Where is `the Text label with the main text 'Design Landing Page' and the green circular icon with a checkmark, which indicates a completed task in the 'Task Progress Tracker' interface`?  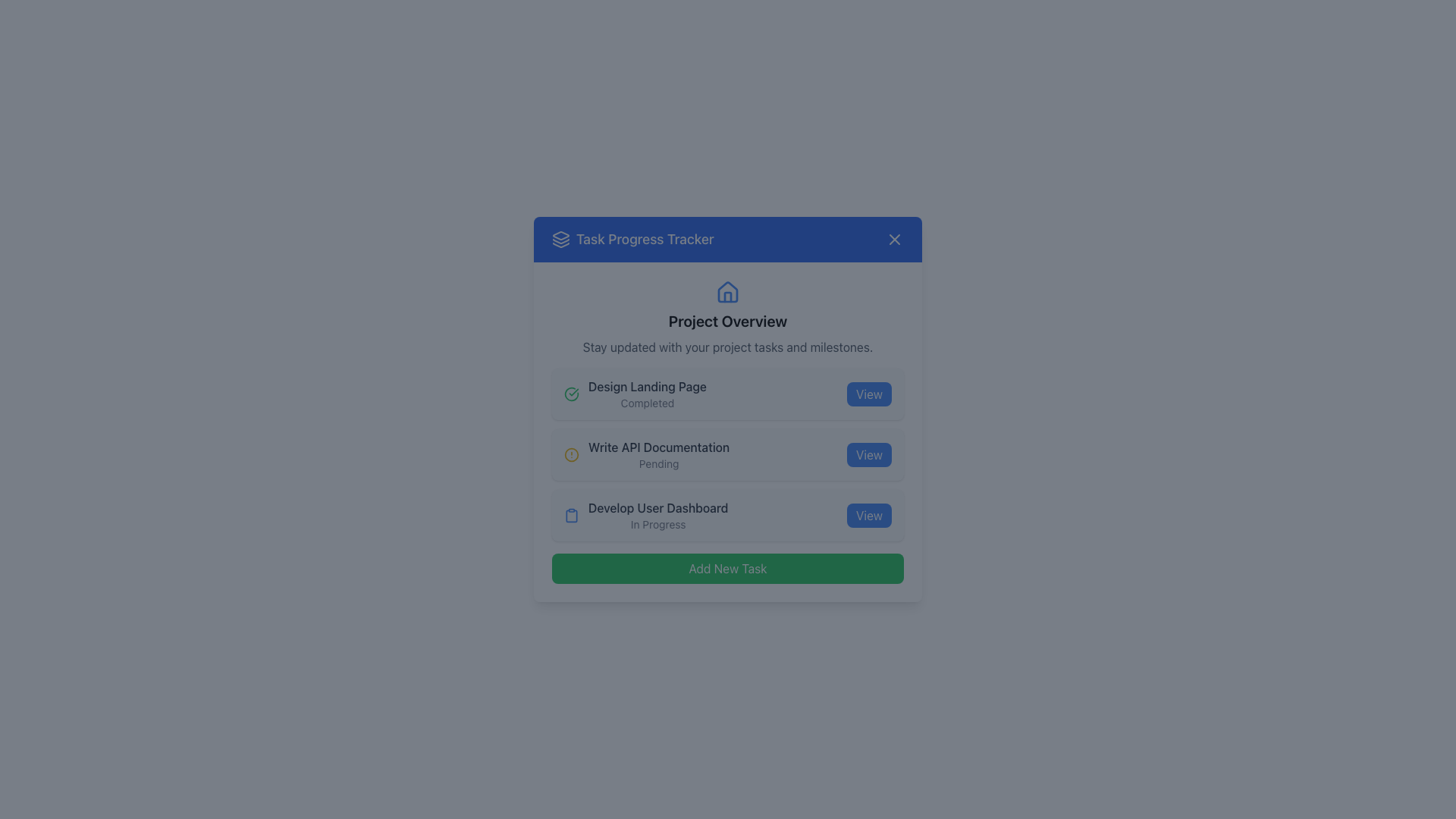 the Text label with the main text 'Design Landing Page' and the green circular icon with a checkmark, which indicates a completed task in the 'Task Progress Tracker' interface is located at coordinates (635, 394).